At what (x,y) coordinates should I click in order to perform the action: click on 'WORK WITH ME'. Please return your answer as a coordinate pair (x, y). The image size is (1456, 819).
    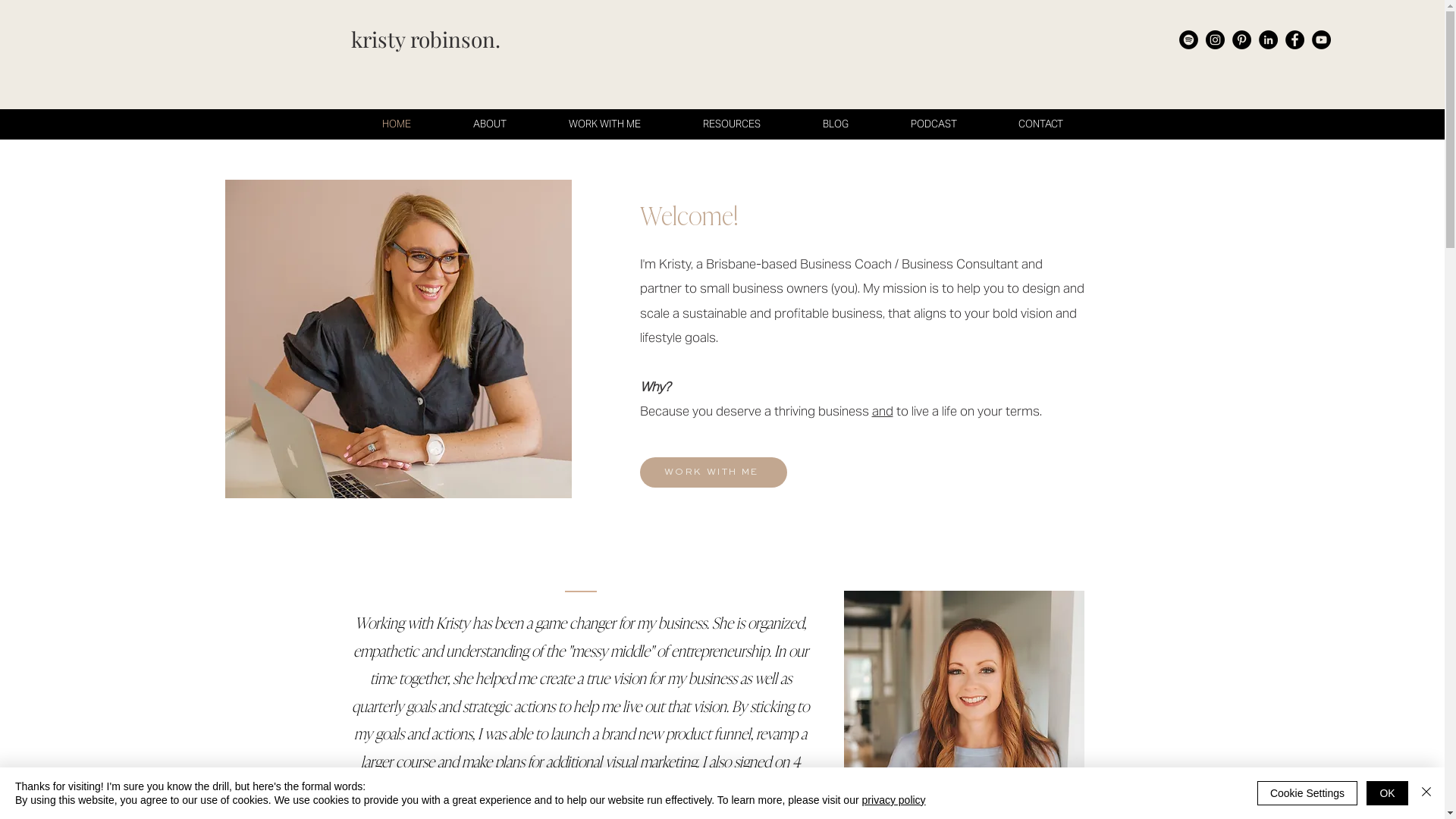
    Looking at the image, I should click on (603, 124).